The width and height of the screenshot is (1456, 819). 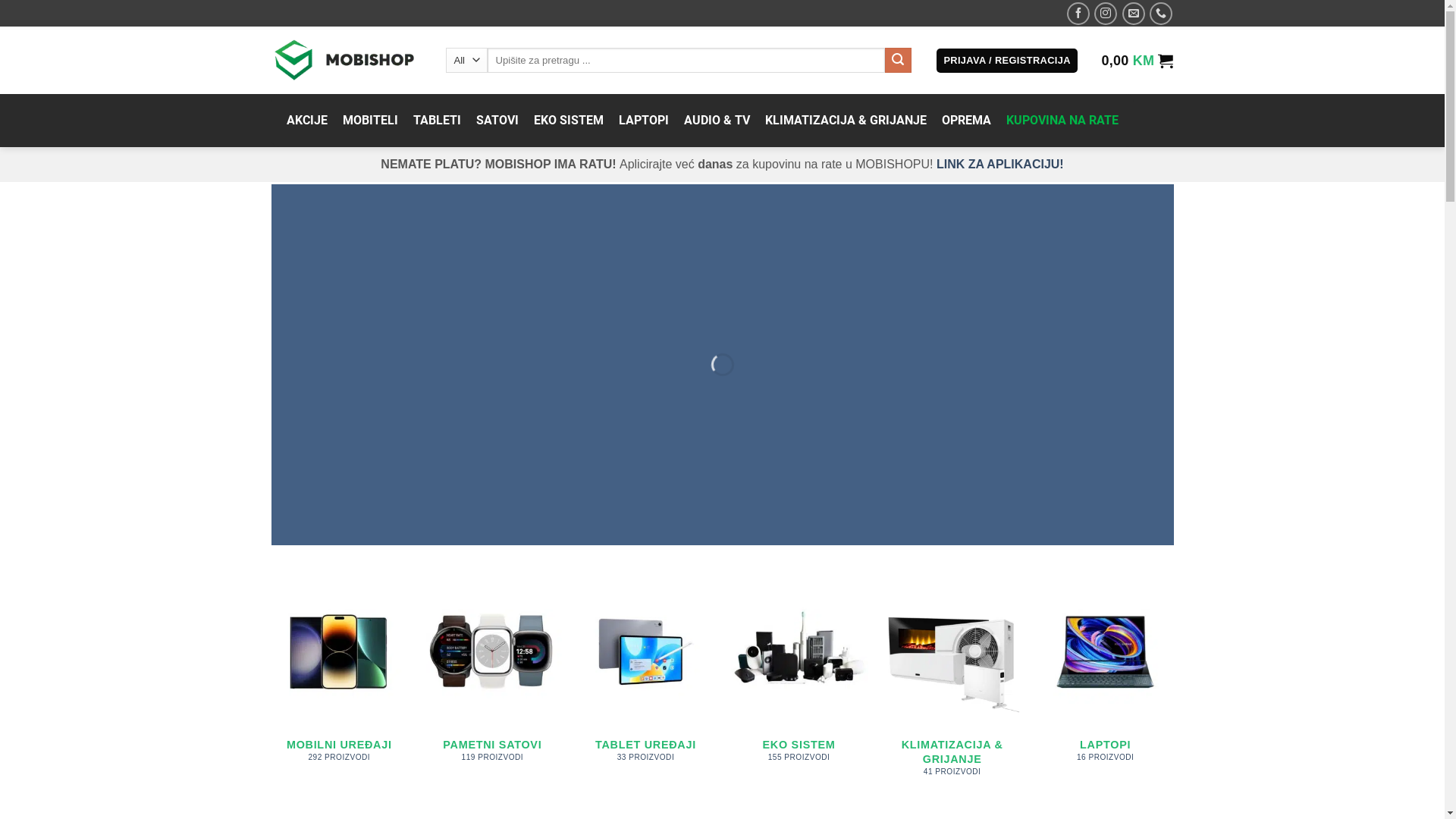 What do you see at coordinates (491, 677) in the screenshot?
I see `'PAMETNI SATOVI` at bounding box center [491, 677].